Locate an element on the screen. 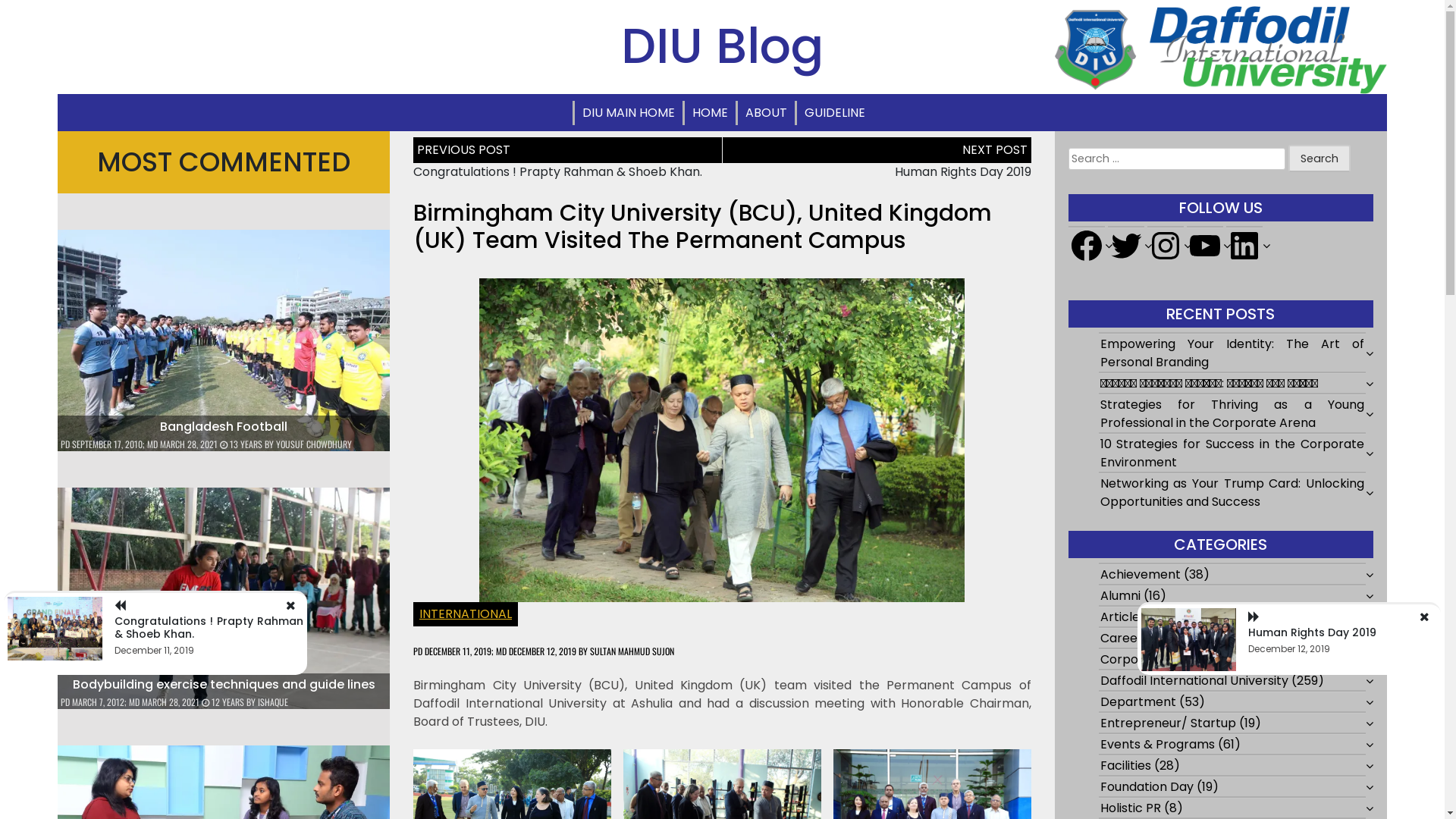  'SEPTEMBER 17, 2010; MD MARCH 28, 2021' is located at coordinates (145, 444).